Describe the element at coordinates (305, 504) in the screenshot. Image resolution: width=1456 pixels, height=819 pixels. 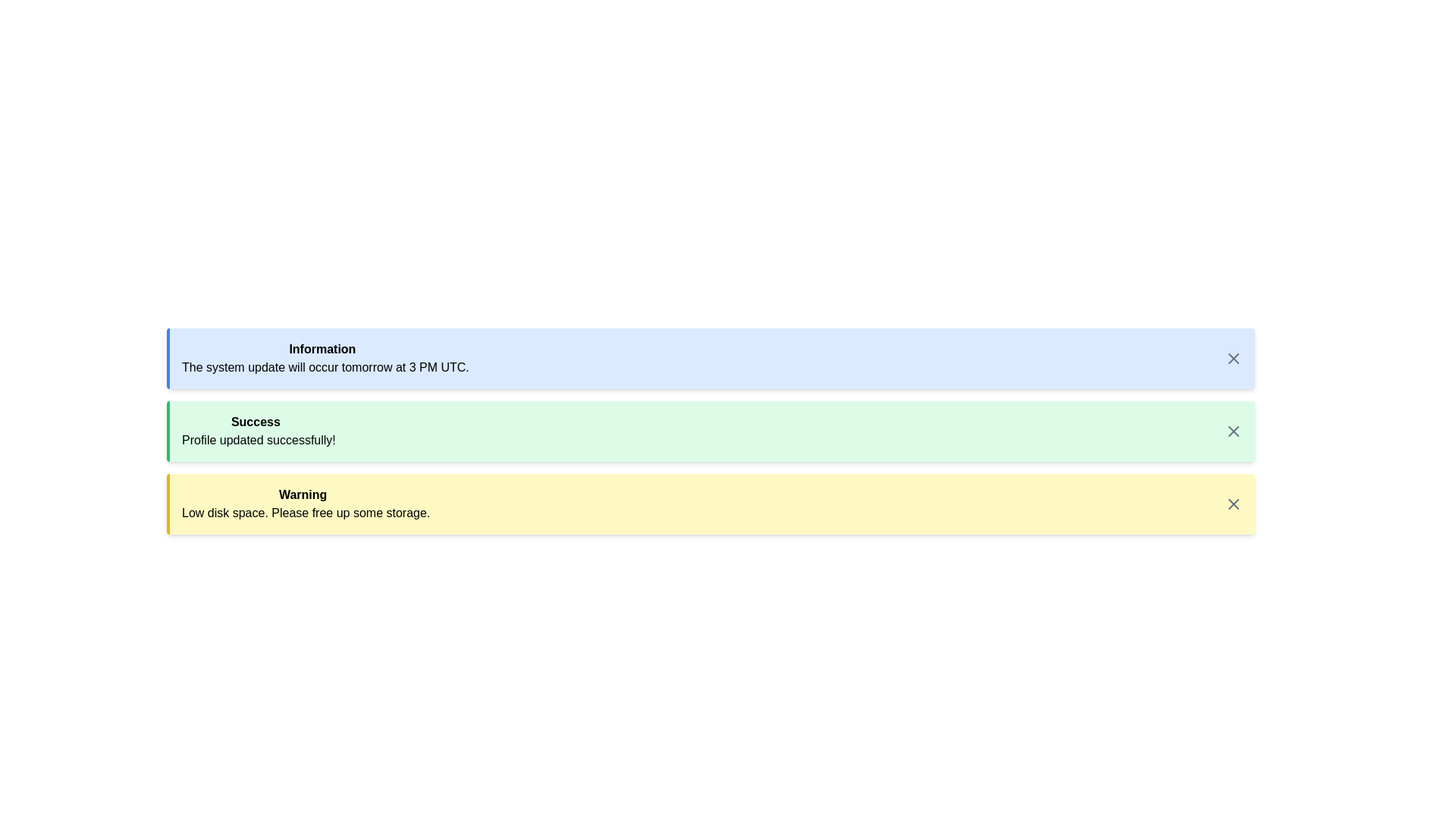
I see `warning notification about low disk space located at the bottom of the notification banners, under the 'Success' notification` at that location.